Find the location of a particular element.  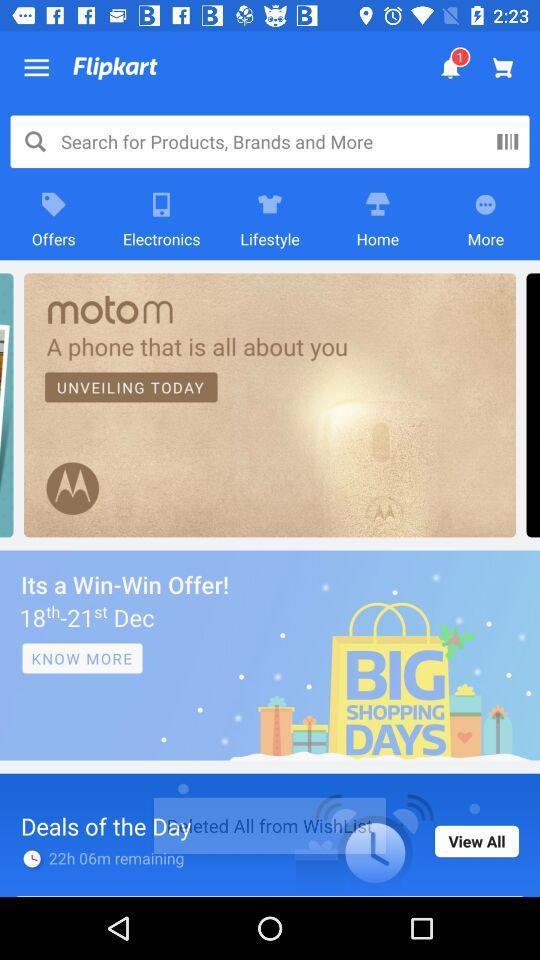

icon to the right of deals of the icon is located at coordinates (475, 840).